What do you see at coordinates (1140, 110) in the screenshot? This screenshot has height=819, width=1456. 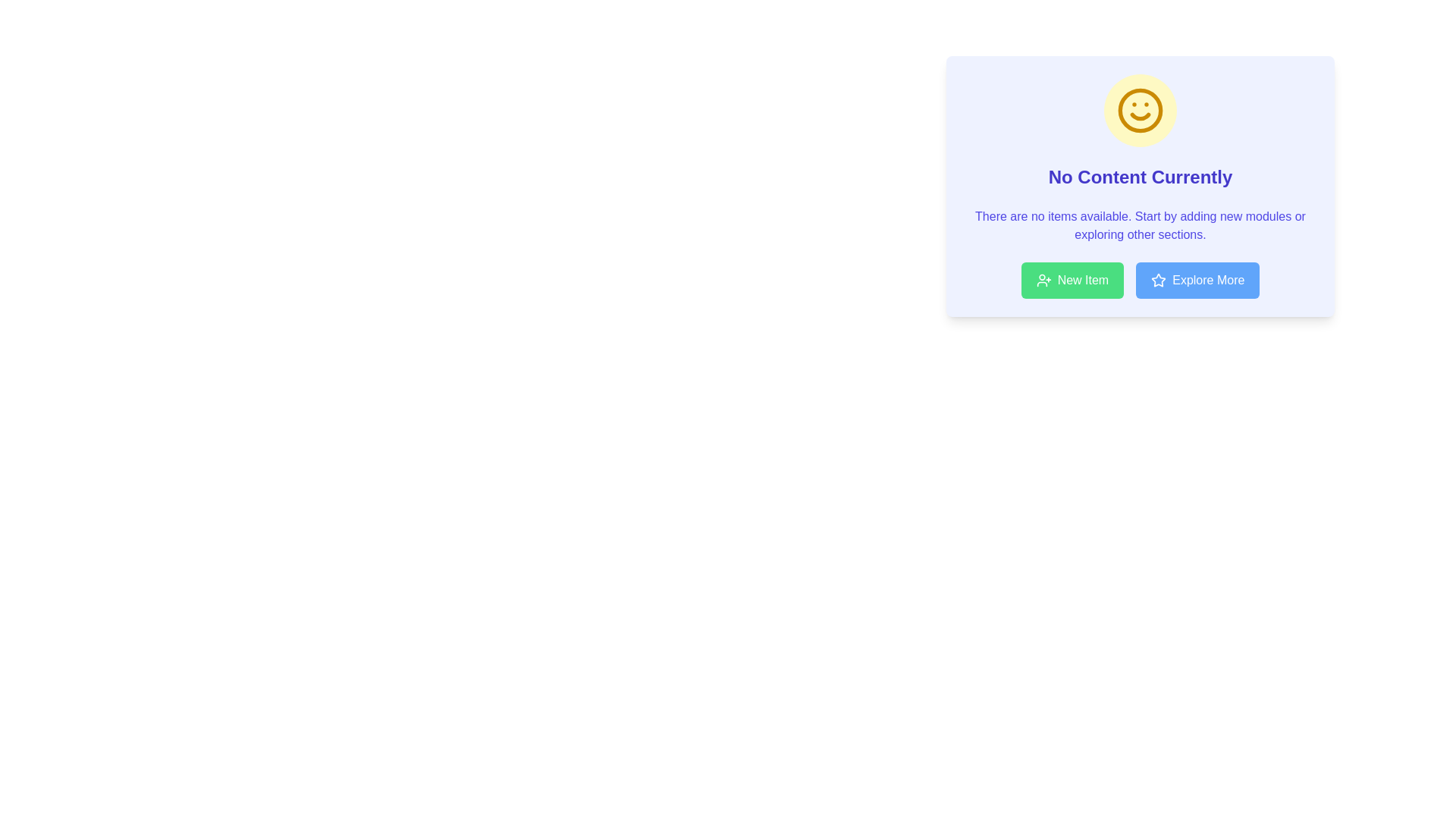 I see `the circular outline with a yellow border that is part of the smiling face icon, located at the top center of the card containing the text 'No Content Currently'` at bounding box center [1140, 110].